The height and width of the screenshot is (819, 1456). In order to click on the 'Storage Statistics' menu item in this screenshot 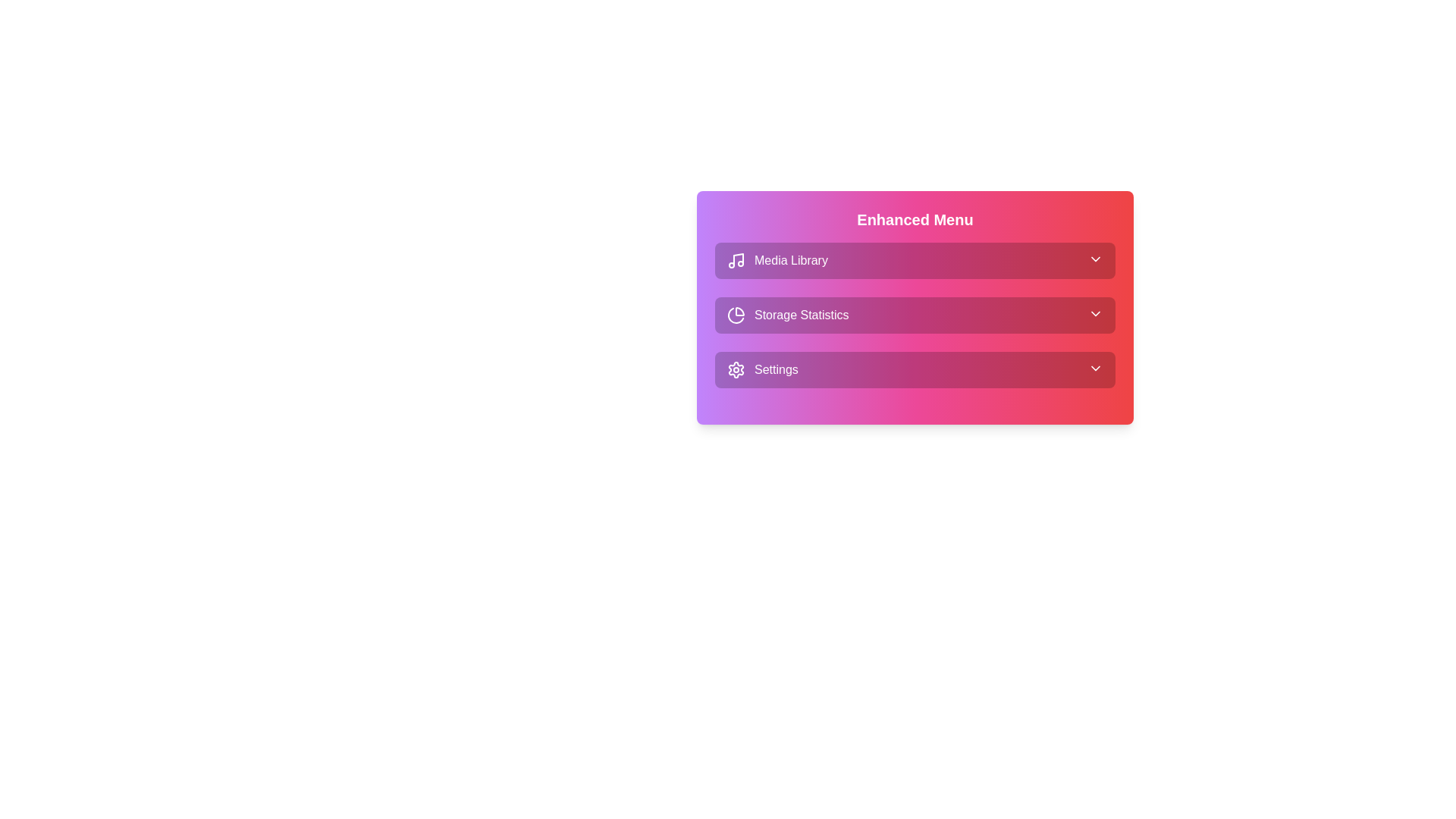, I will do `click(914, 307)`.